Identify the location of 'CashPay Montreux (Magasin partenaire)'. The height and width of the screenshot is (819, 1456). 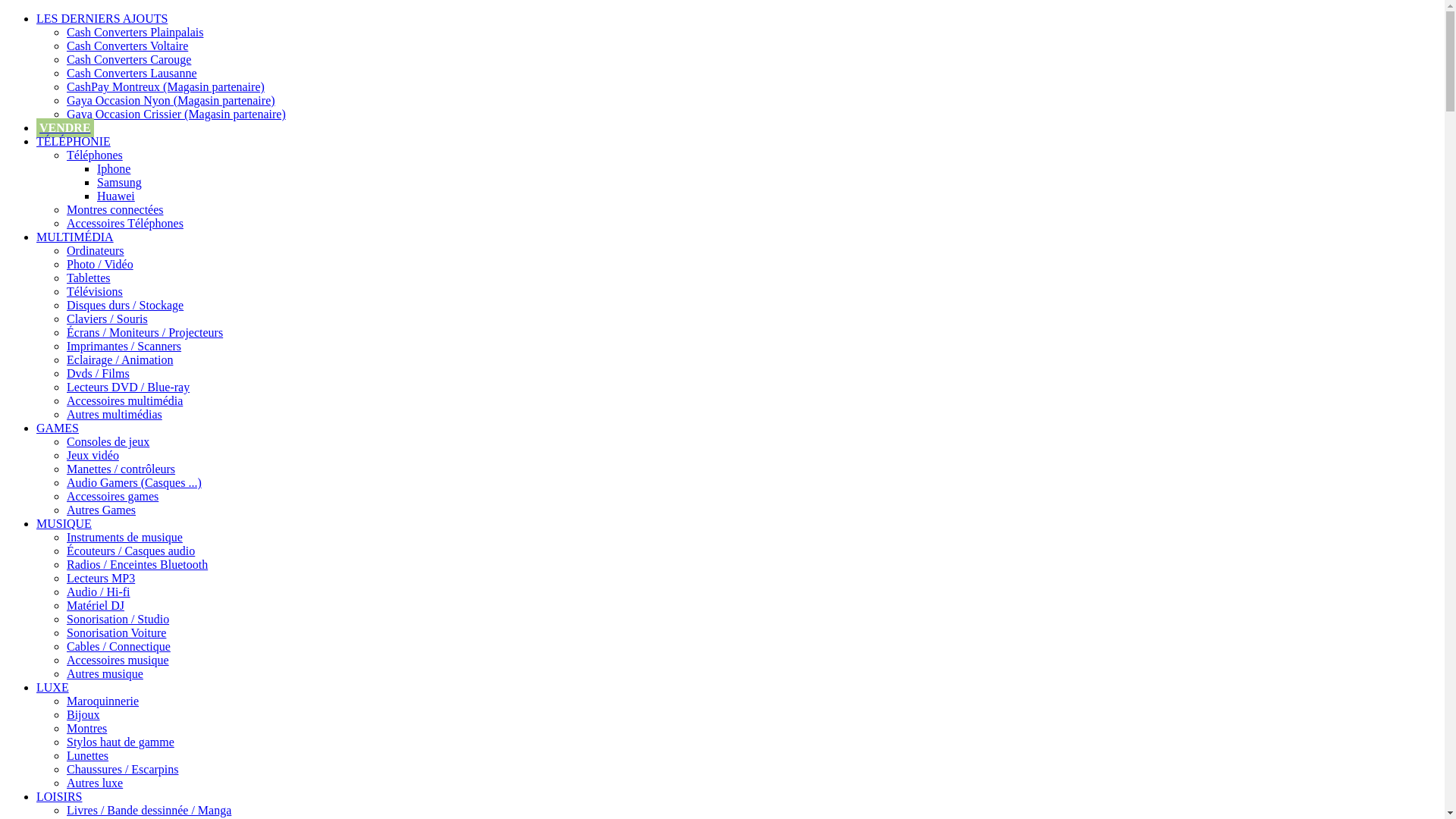
(165, 86).